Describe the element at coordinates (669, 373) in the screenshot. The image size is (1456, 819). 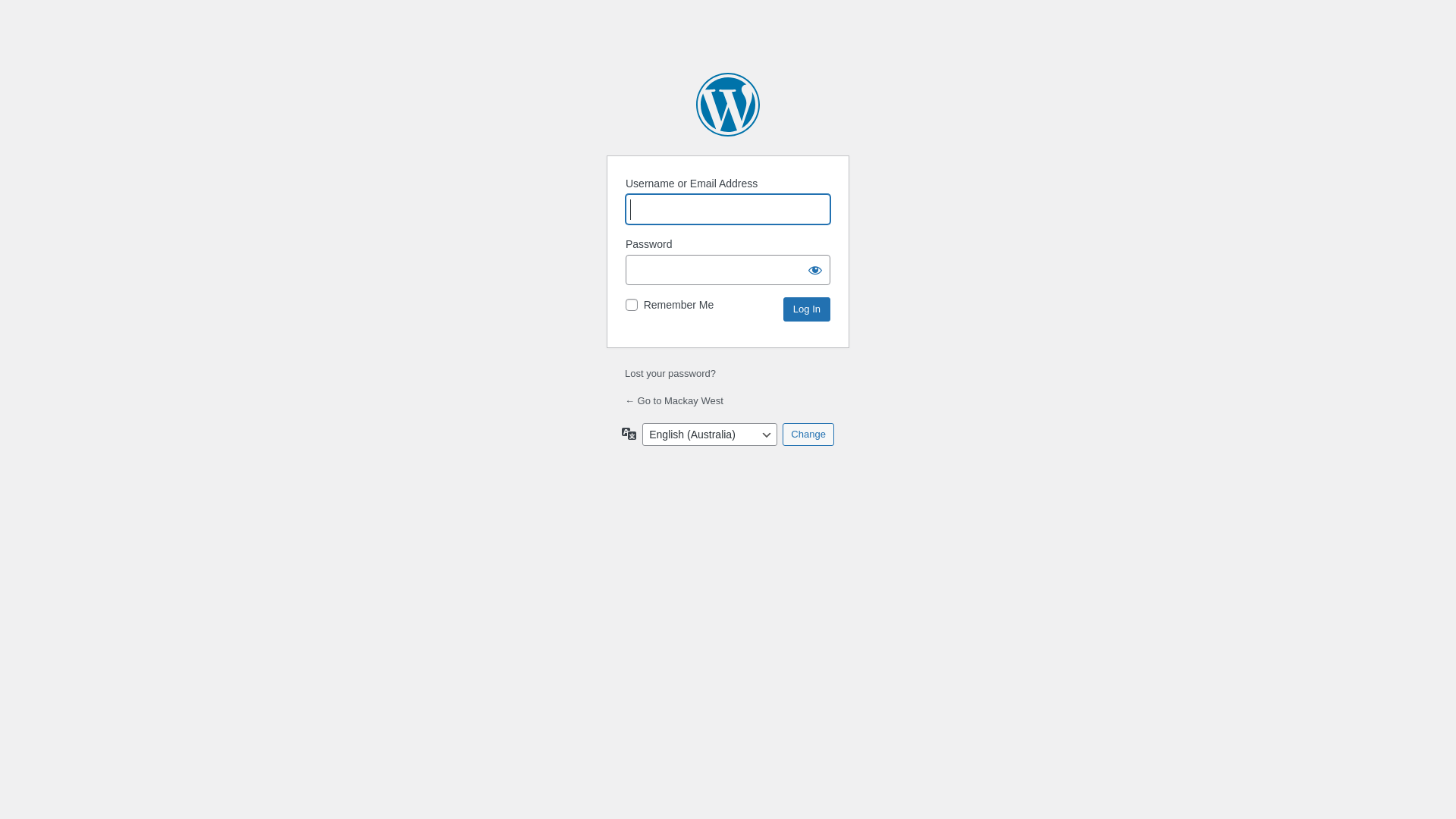
I see `'Lost your password?'` at that location.